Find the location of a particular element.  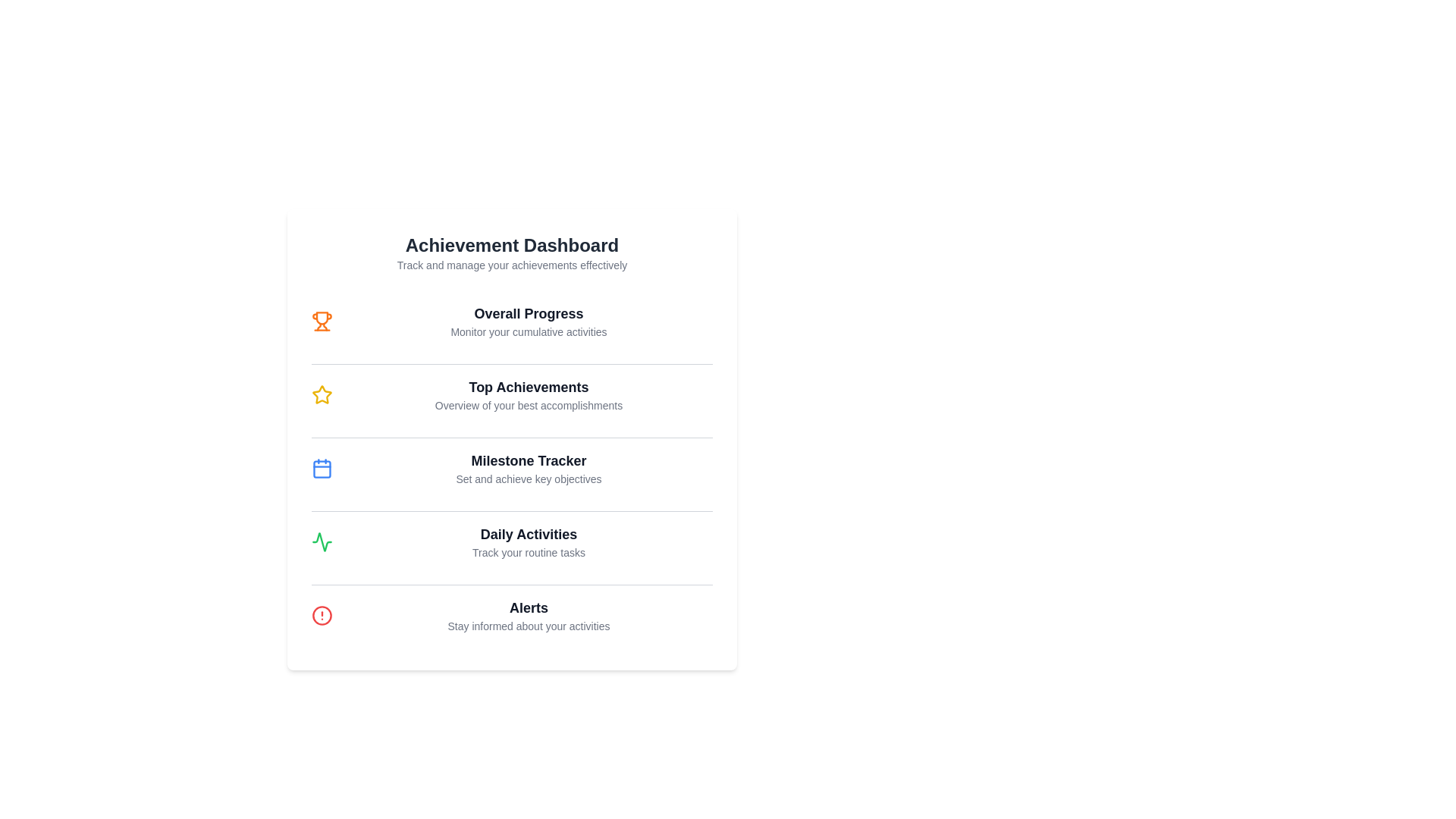

the milestone tracking icon located to the left of the 'Milestone Tracker' text, which is the first element in that grouping is located at coordinates (322, 467).